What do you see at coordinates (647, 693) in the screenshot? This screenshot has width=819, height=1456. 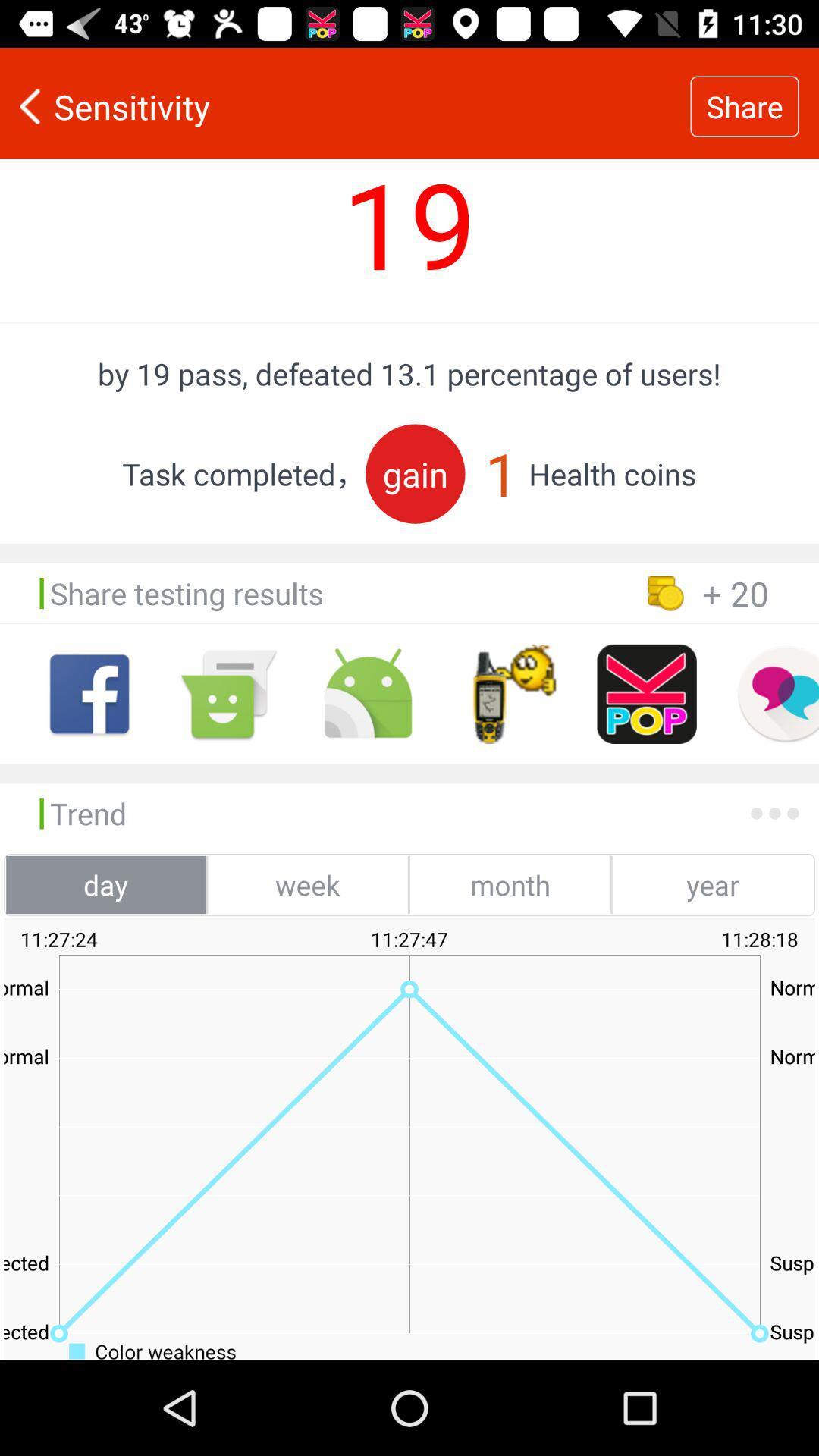 I see `share result` at bounding box center [647, 693].